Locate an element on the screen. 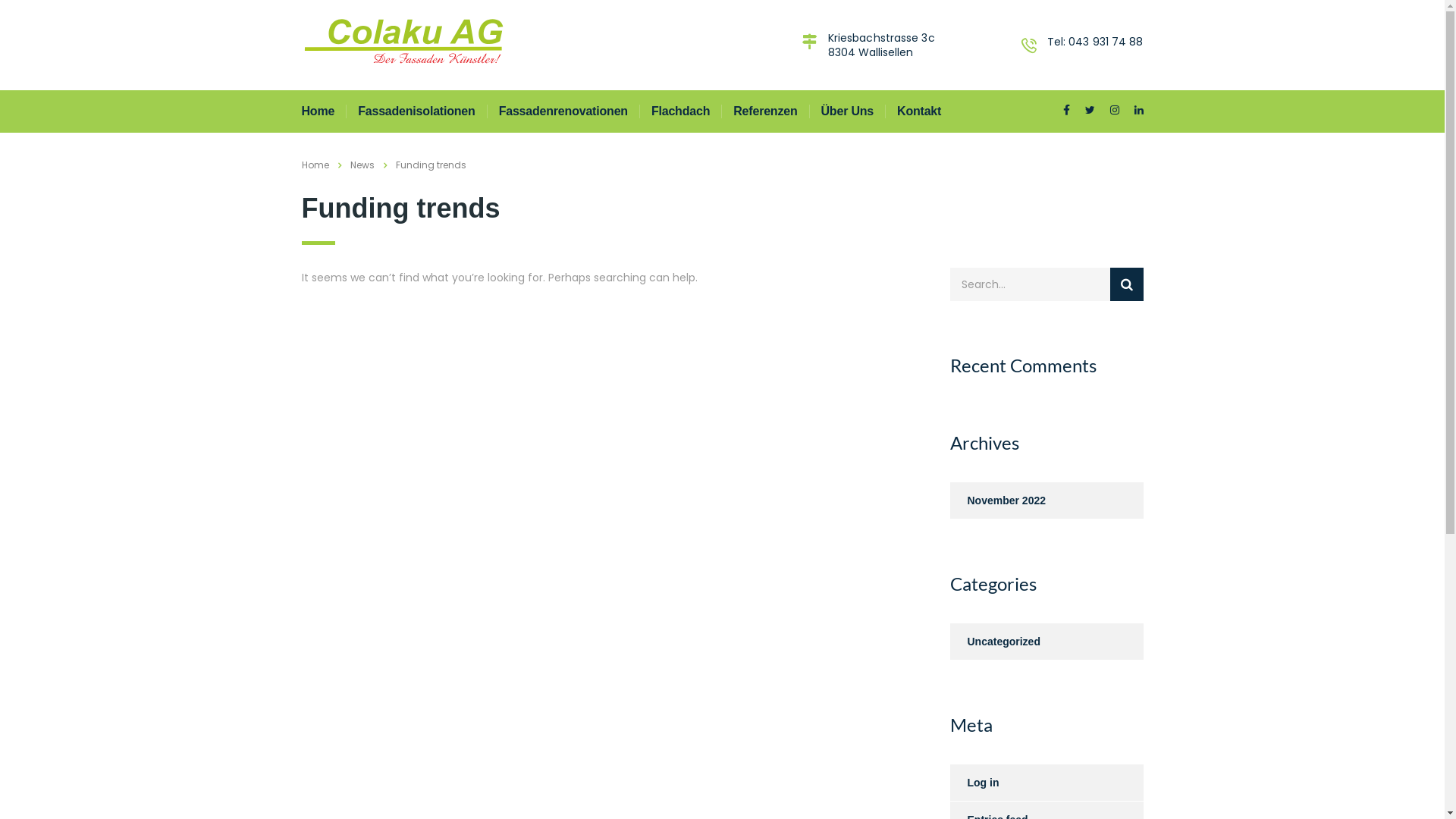 Image resolution: width=1456 pixels, height=819 pixels. 'Social item' is located at coordinates (1084, 110).